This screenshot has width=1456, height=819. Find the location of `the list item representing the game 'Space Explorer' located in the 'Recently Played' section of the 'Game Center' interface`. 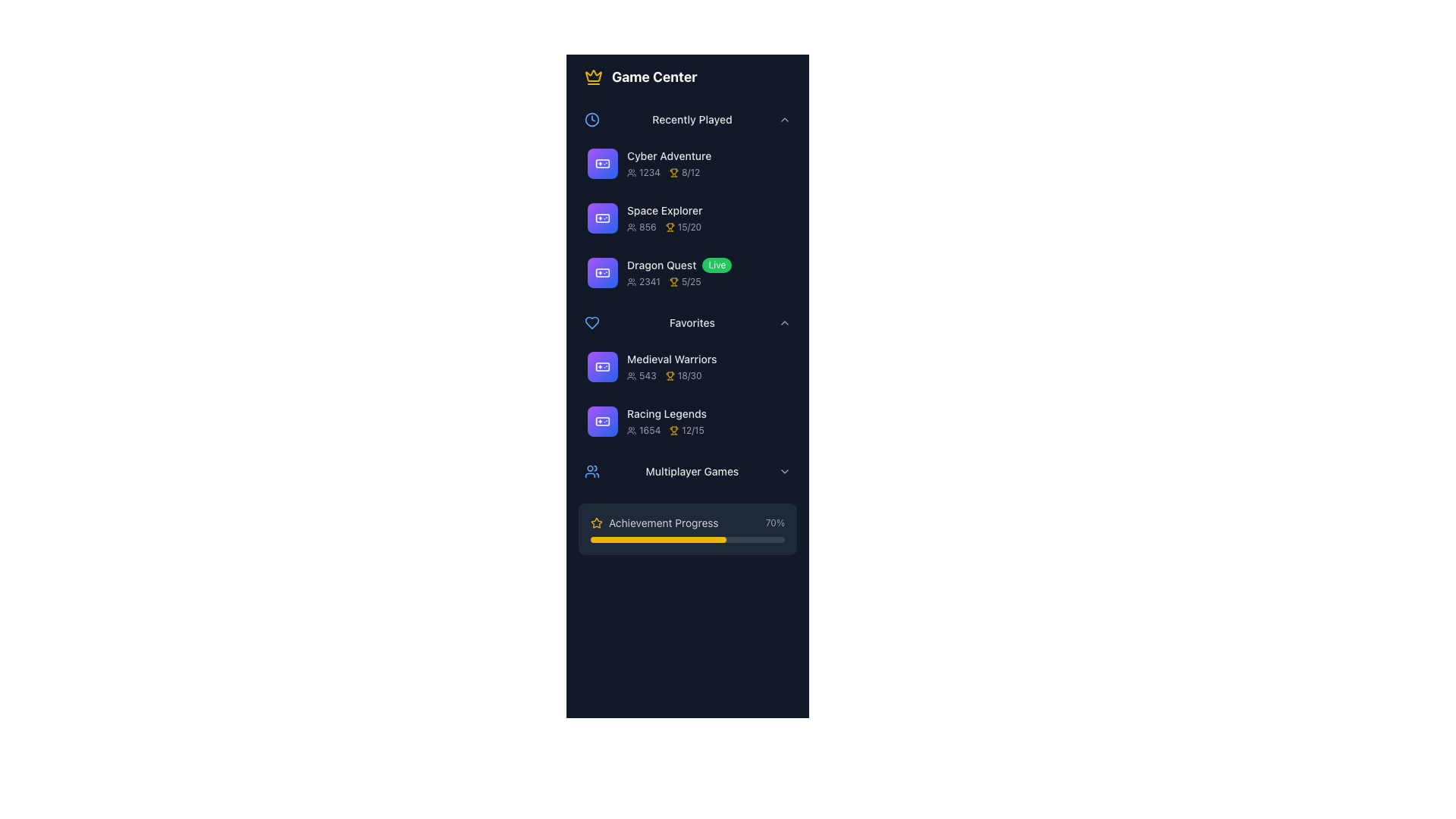

the list item representing the game 'Space Explorer' located in the 'Recently Played' section of the 'Game Center' interface is located at coordinates (706, 218).